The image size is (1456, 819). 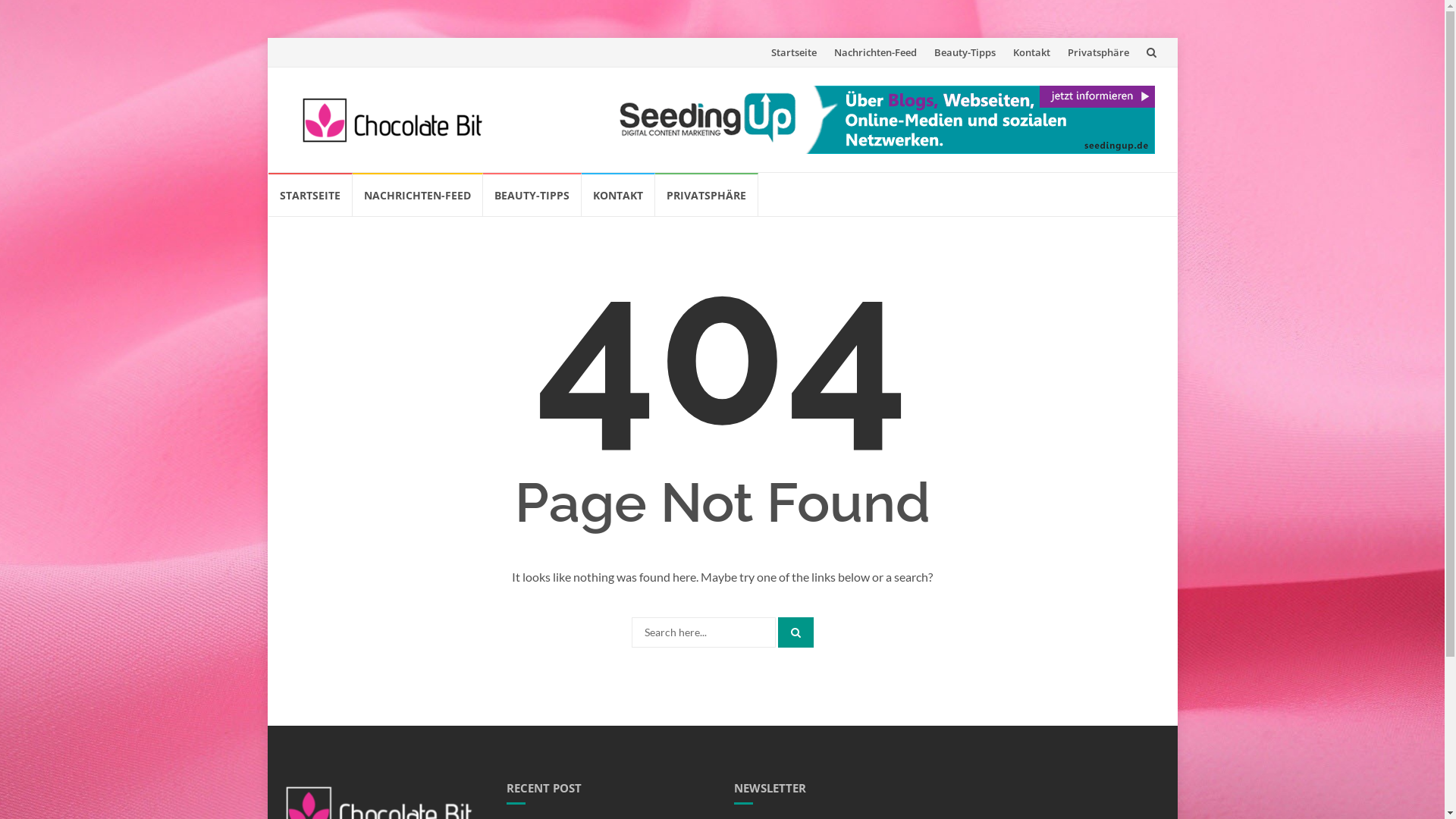 What do you see at coordinates (763, 36) in the screenshot?
I see `'Skip to content'` at bounding box center [763, 36].